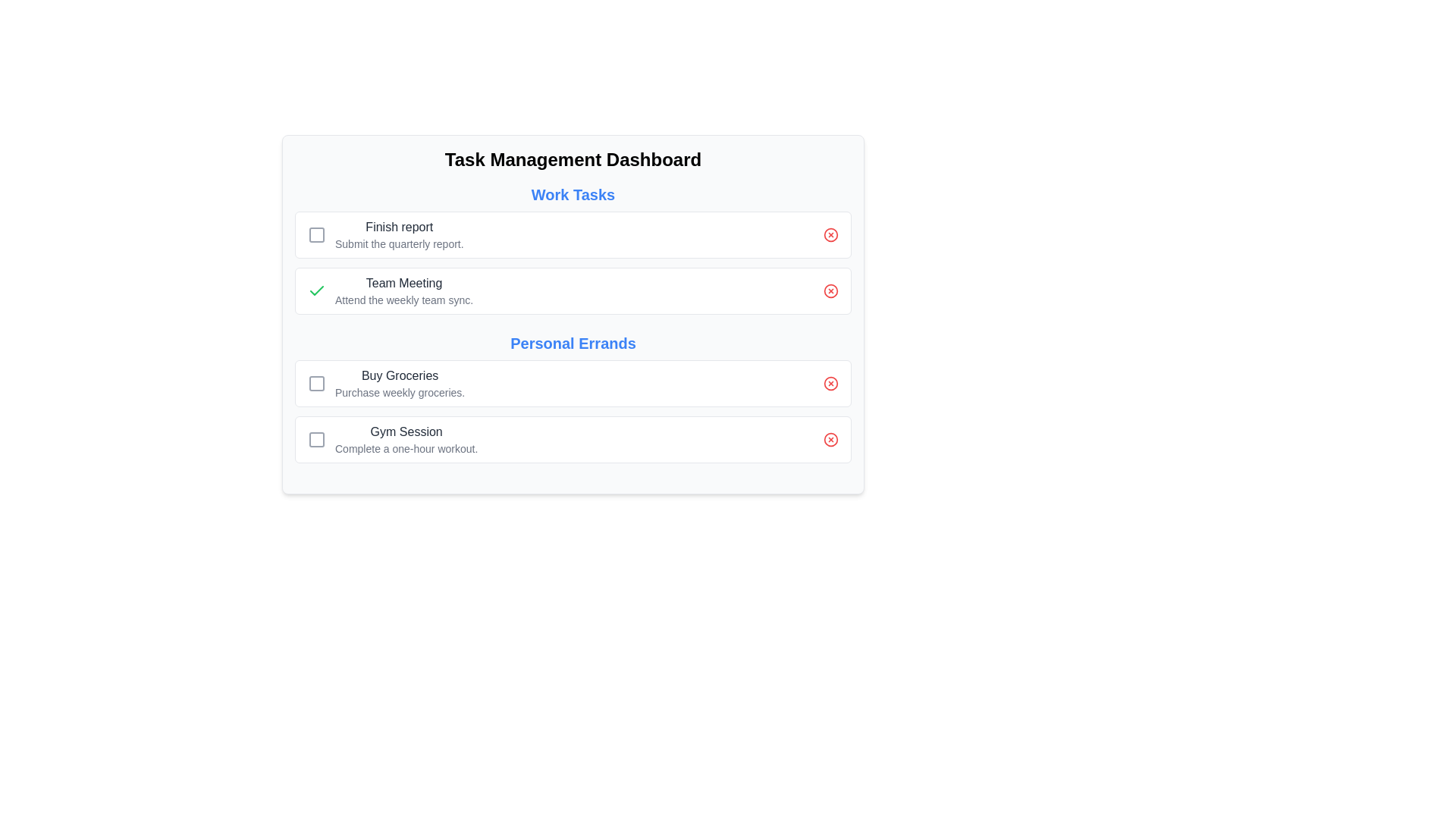 The width and height of the screenshot is (1456, 819). I want to click on static text label for the task in the 'Personal Errands' category, which is located in the third row of the task management list, so click(400, 375).